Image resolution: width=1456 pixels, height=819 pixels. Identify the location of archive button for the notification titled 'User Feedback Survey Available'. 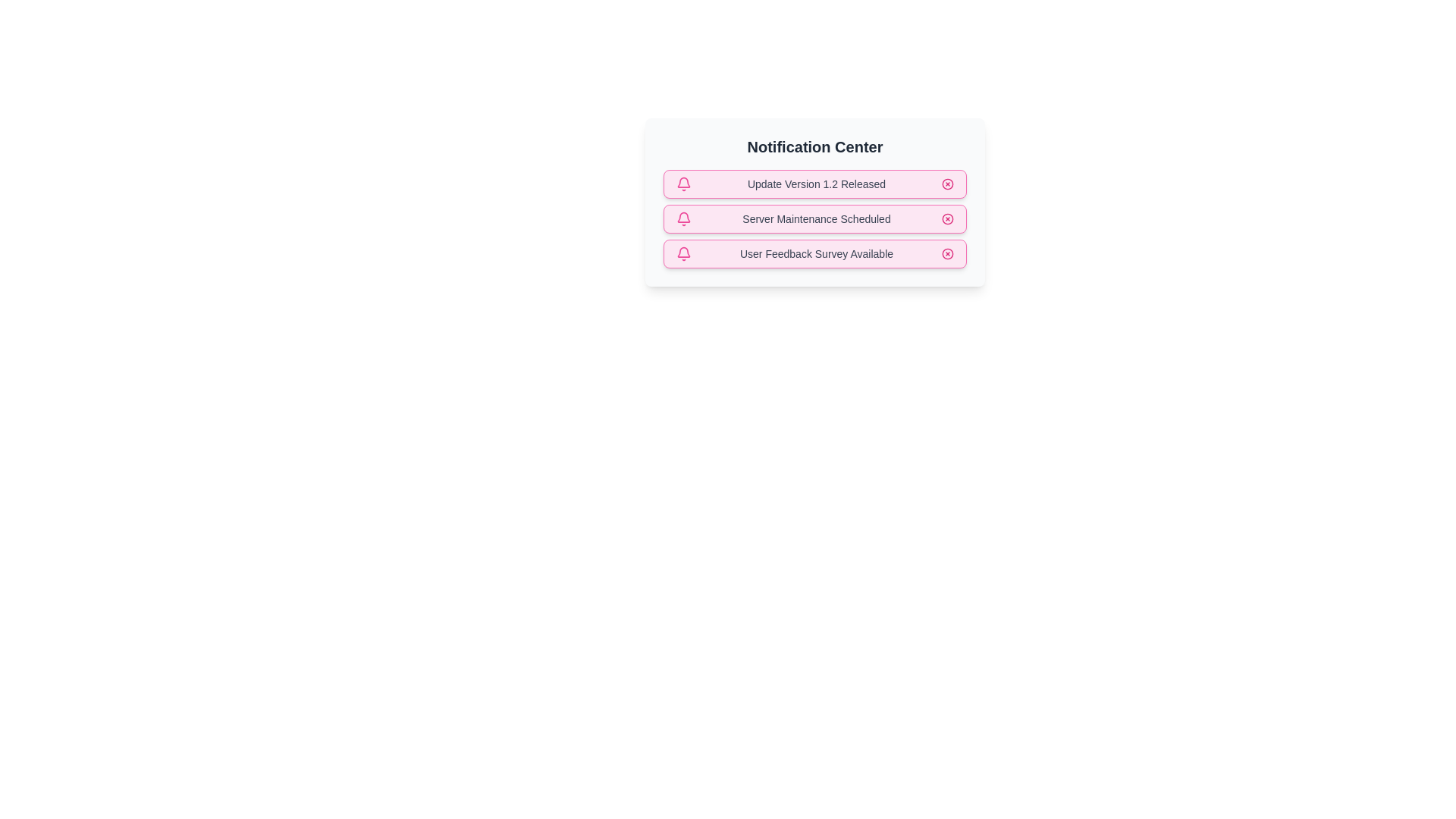
(946, 253).